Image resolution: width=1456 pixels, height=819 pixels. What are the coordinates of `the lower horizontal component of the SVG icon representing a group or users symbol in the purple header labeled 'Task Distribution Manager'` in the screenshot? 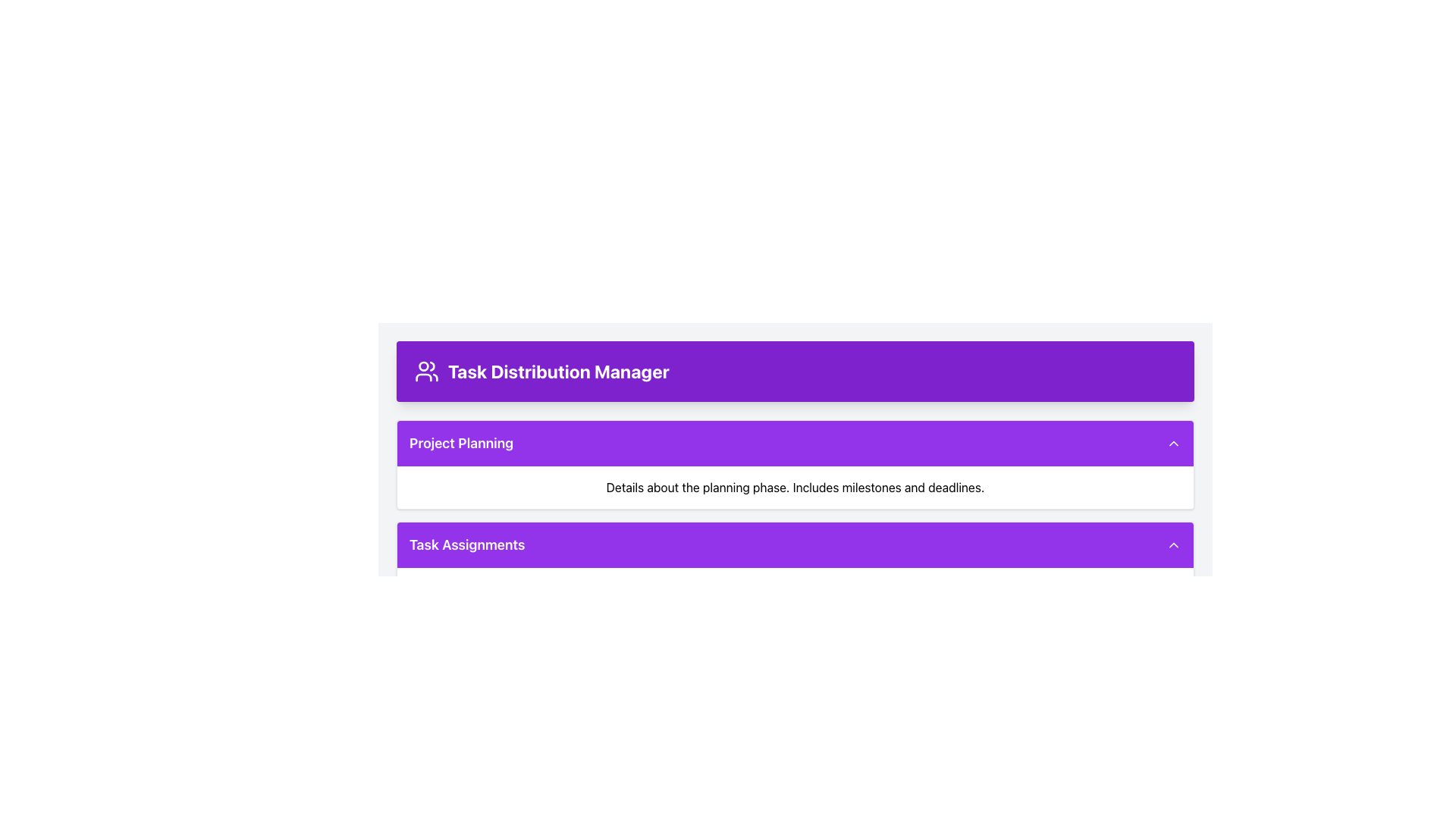 It's located at (423, 376).